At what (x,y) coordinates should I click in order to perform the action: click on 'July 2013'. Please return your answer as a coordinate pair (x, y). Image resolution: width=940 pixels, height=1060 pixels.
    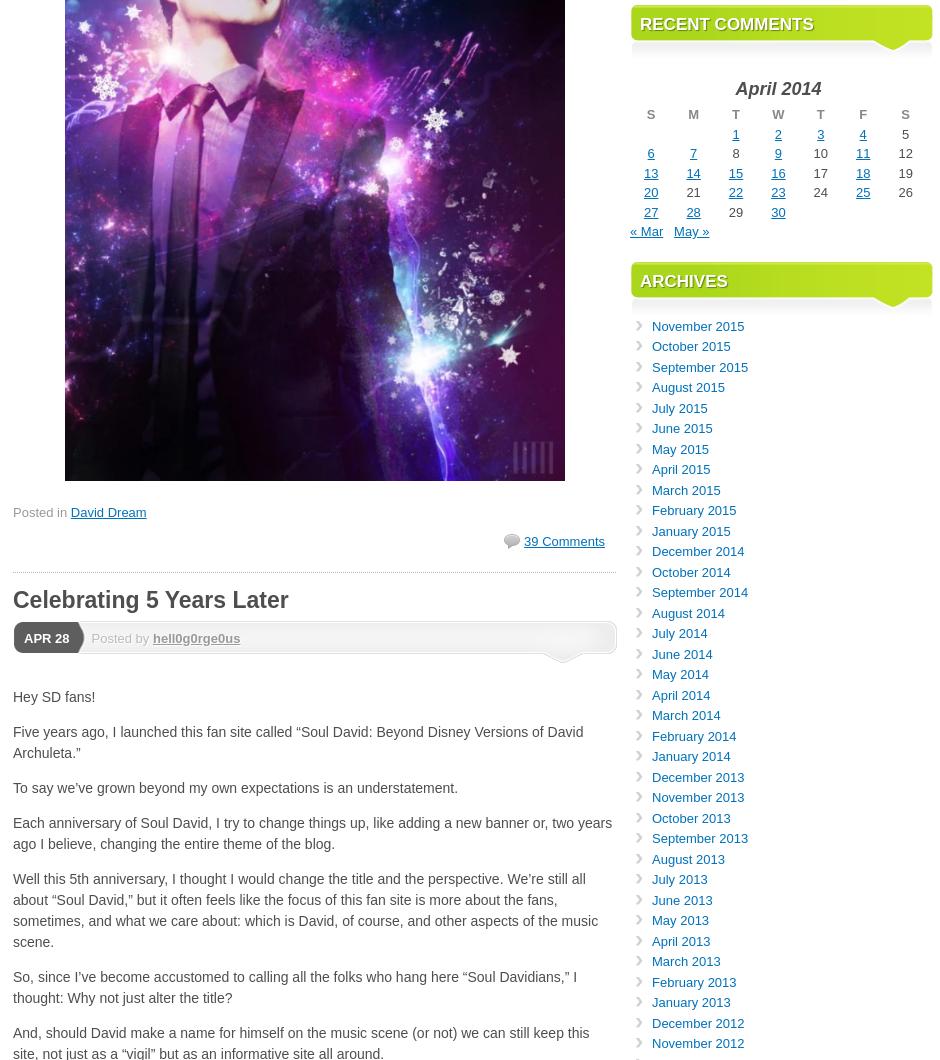
    Looking at the image, I should click on (678, 879).